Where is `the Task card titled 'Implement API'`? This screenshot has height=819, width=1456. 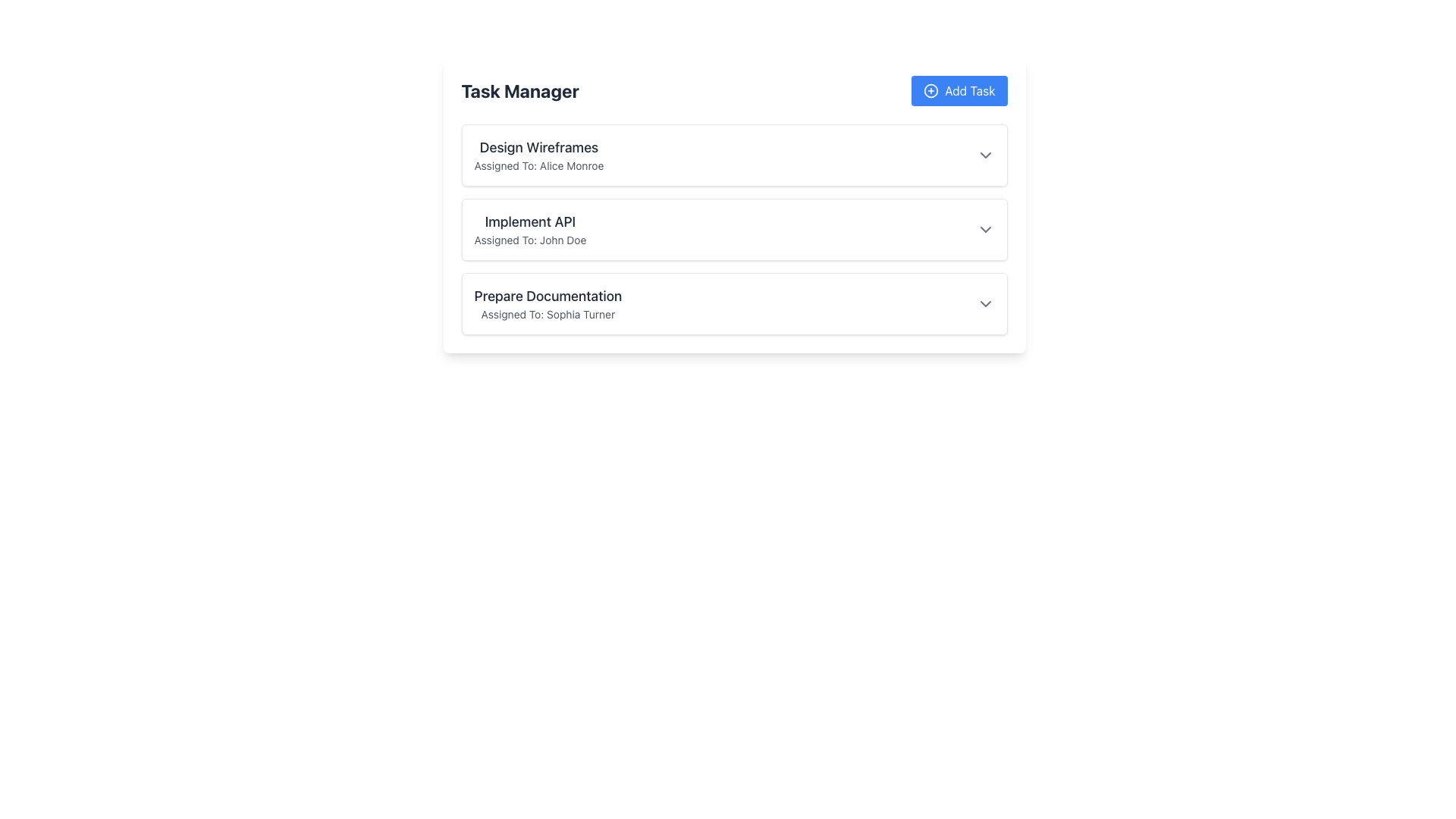
the Task card titled 'Implement API' is located at coordinates (734, 205).